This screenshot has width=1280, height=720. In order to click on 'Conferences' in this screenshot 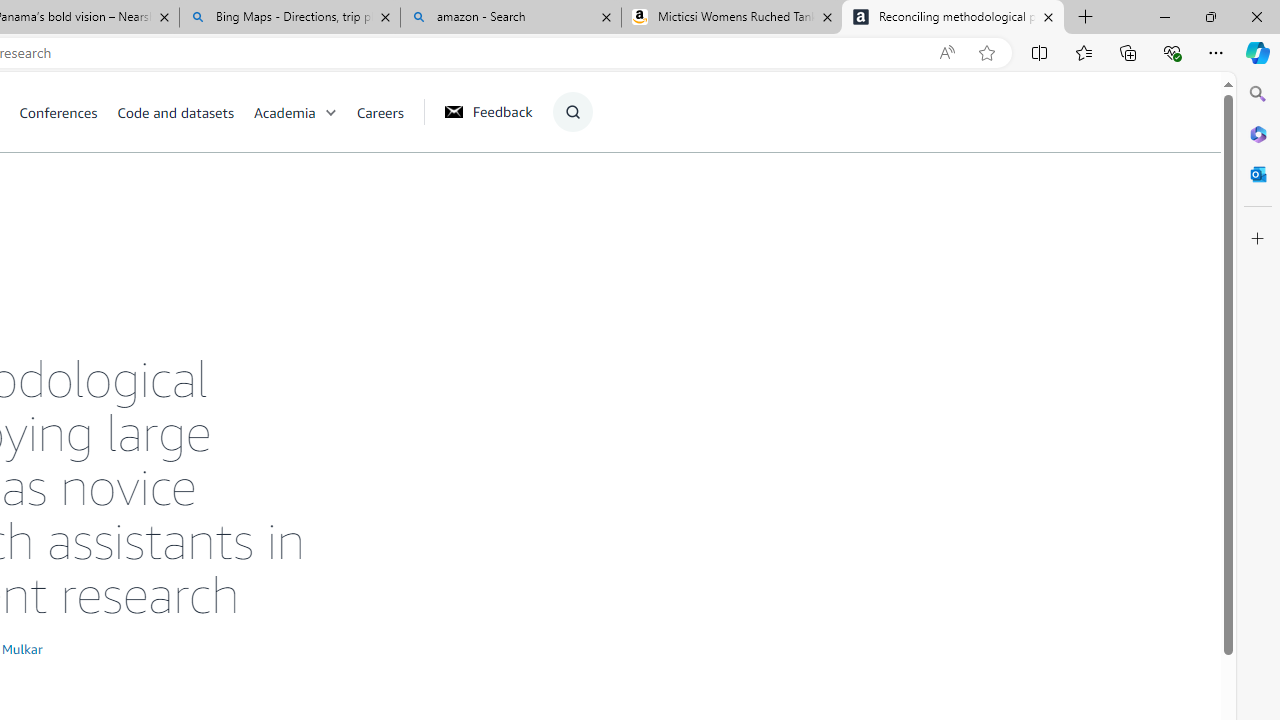, I will do `click(68, 111)`.